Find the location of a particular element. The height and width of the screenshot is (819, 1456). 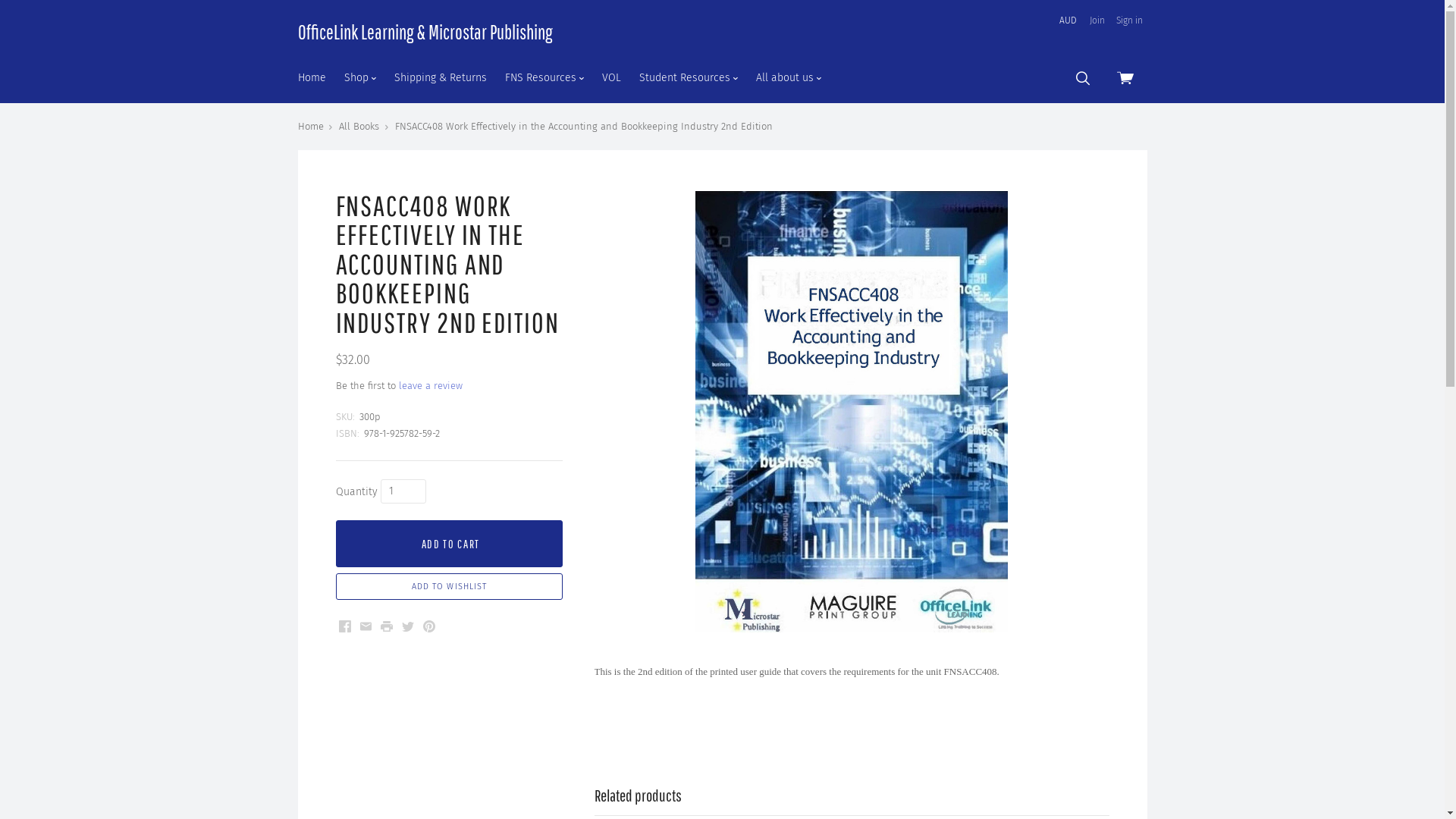

'Join' is located at coordinates (1096, 20).